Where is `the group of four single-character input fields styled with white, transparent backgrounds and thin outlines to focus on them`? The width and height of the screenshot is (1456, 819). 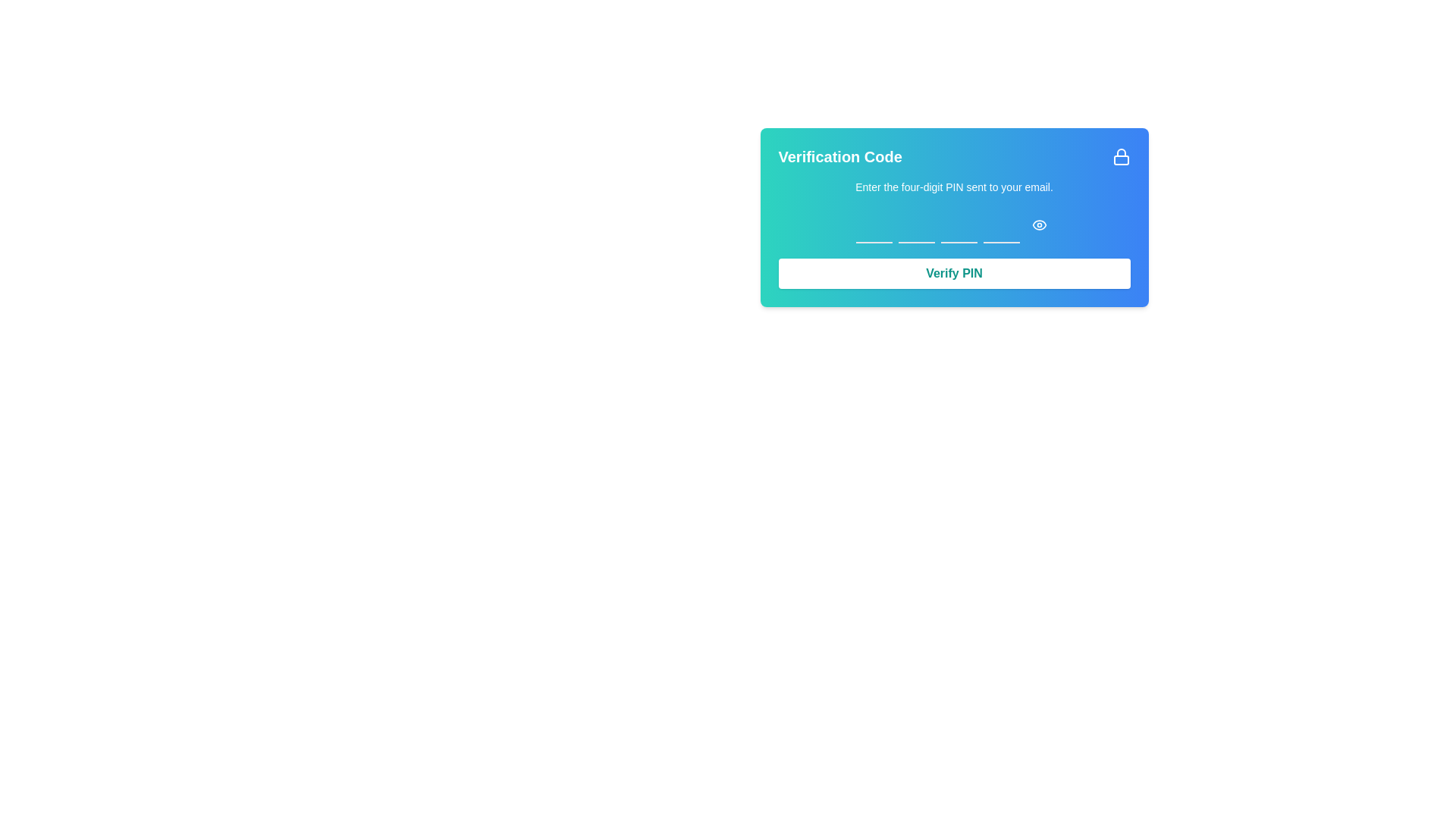
the group of four single-character input fields styled with white, transparent backgrounds and thin outlines to focus on them is located at coordinates (953, 225).